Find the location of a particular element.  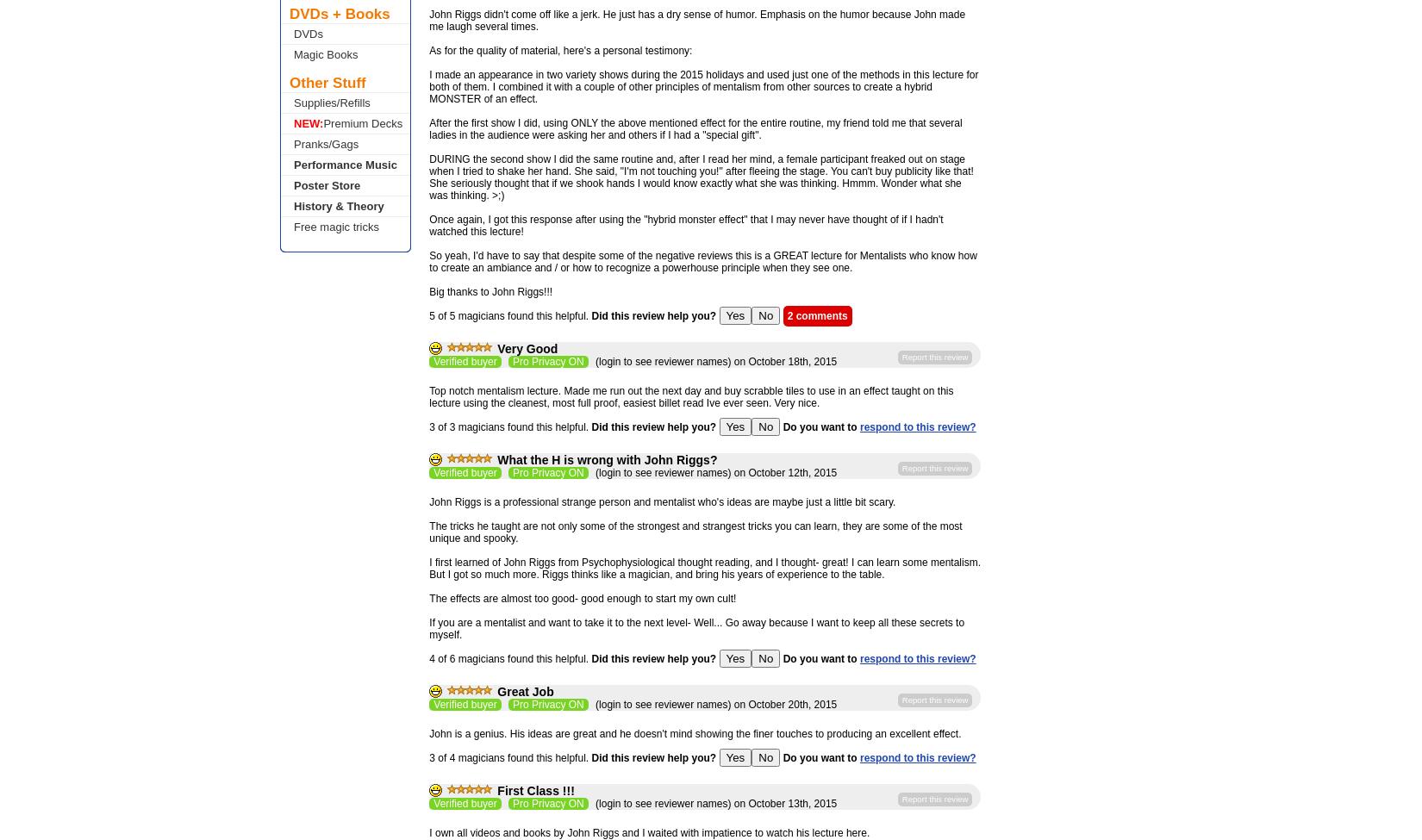

'3 of 3 magicians found this helpful.' is located at coordinates (427, 426).